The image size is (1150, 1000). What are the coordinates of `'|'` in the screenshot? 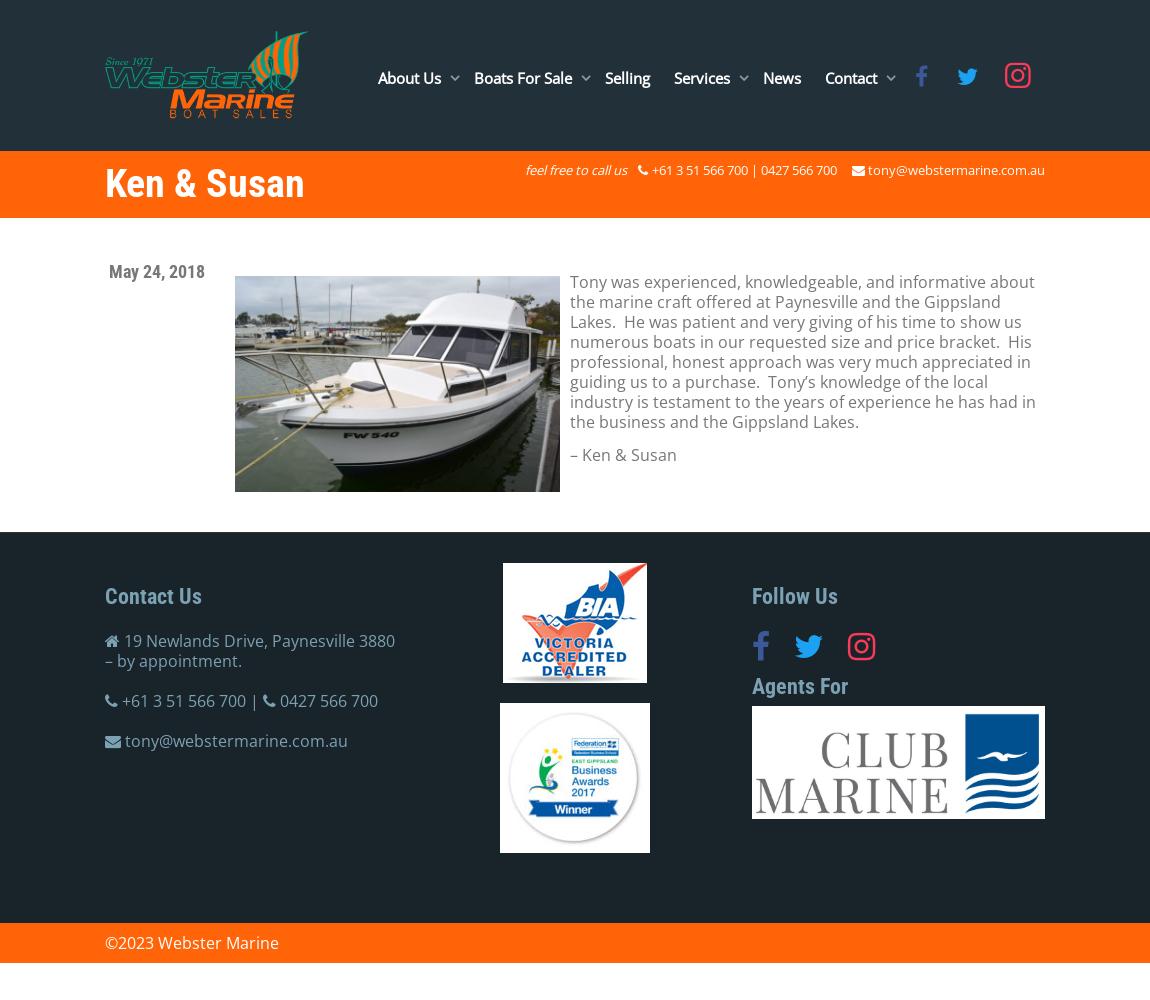 It's located at (253, 700).